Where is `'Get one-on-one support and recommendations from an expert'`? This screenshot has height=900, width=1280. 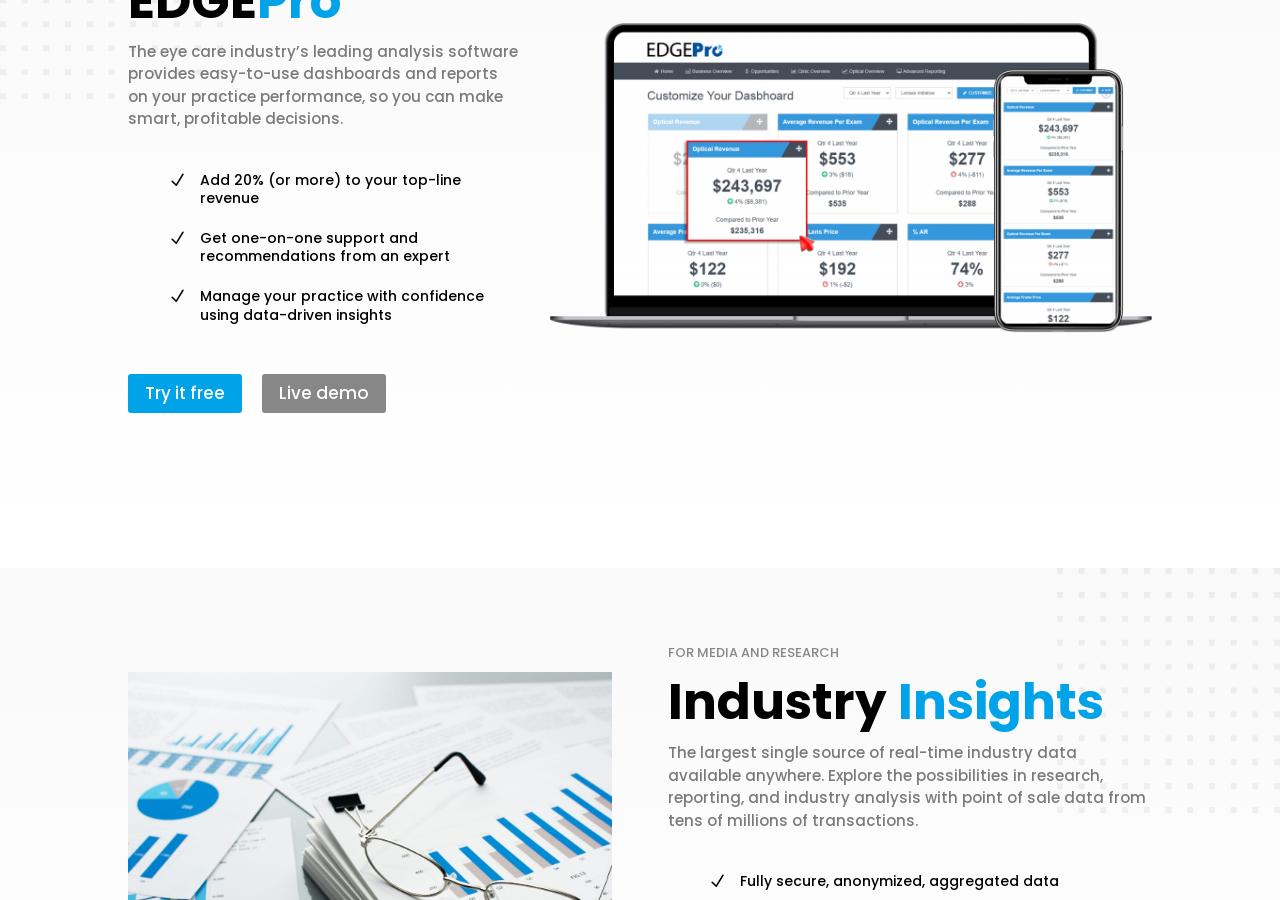
'Get one-on-one support and recommendations from an expert' is located at coordinates (324, 245).